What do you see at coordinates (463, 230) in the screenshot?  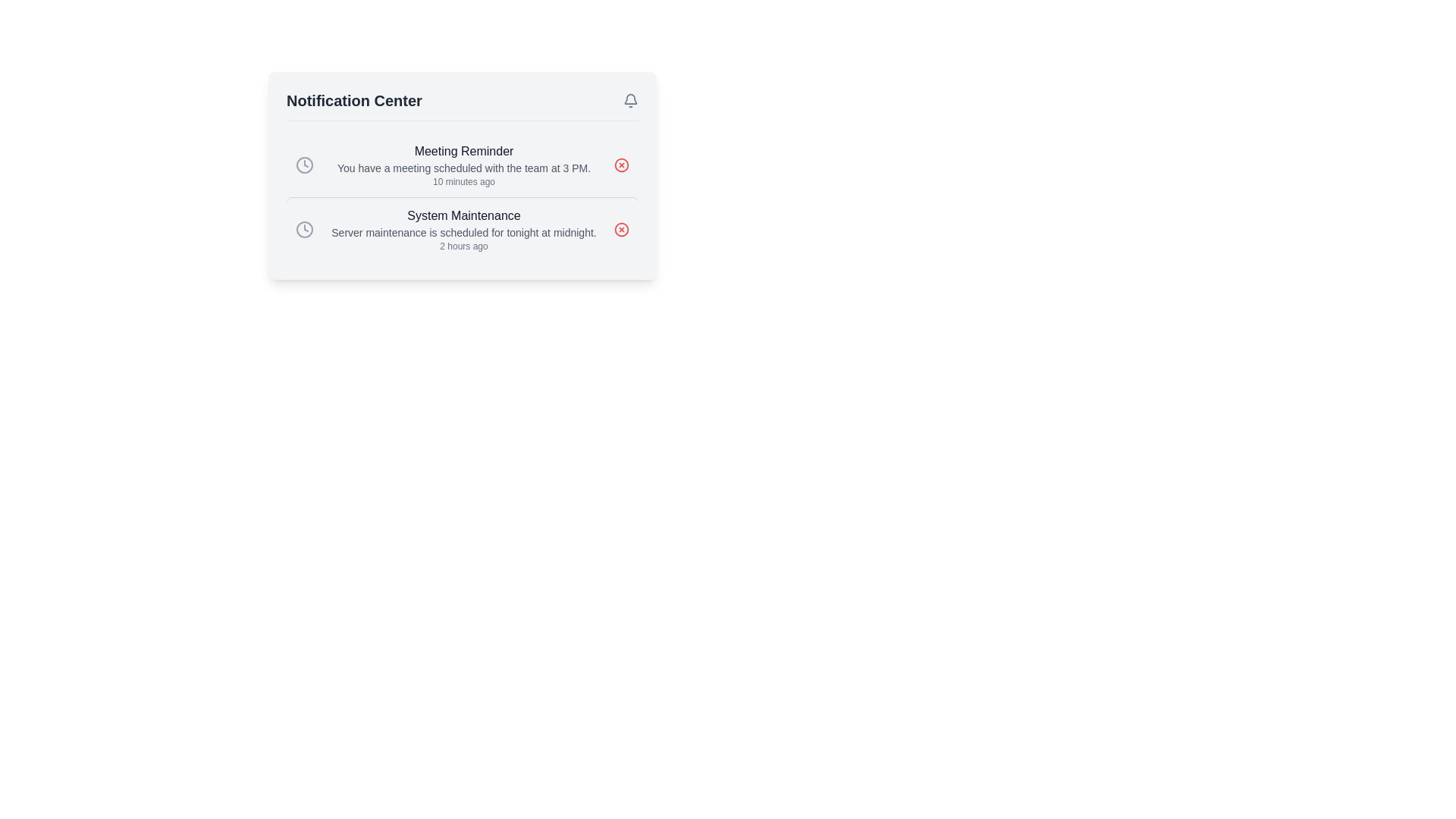 I see `displayed information from the Informational Text Block located in the Notification Center, which serves as a notification about scheduled server maintenance, positioned below the Meeting Reminder` at bounding box center [463, 230].